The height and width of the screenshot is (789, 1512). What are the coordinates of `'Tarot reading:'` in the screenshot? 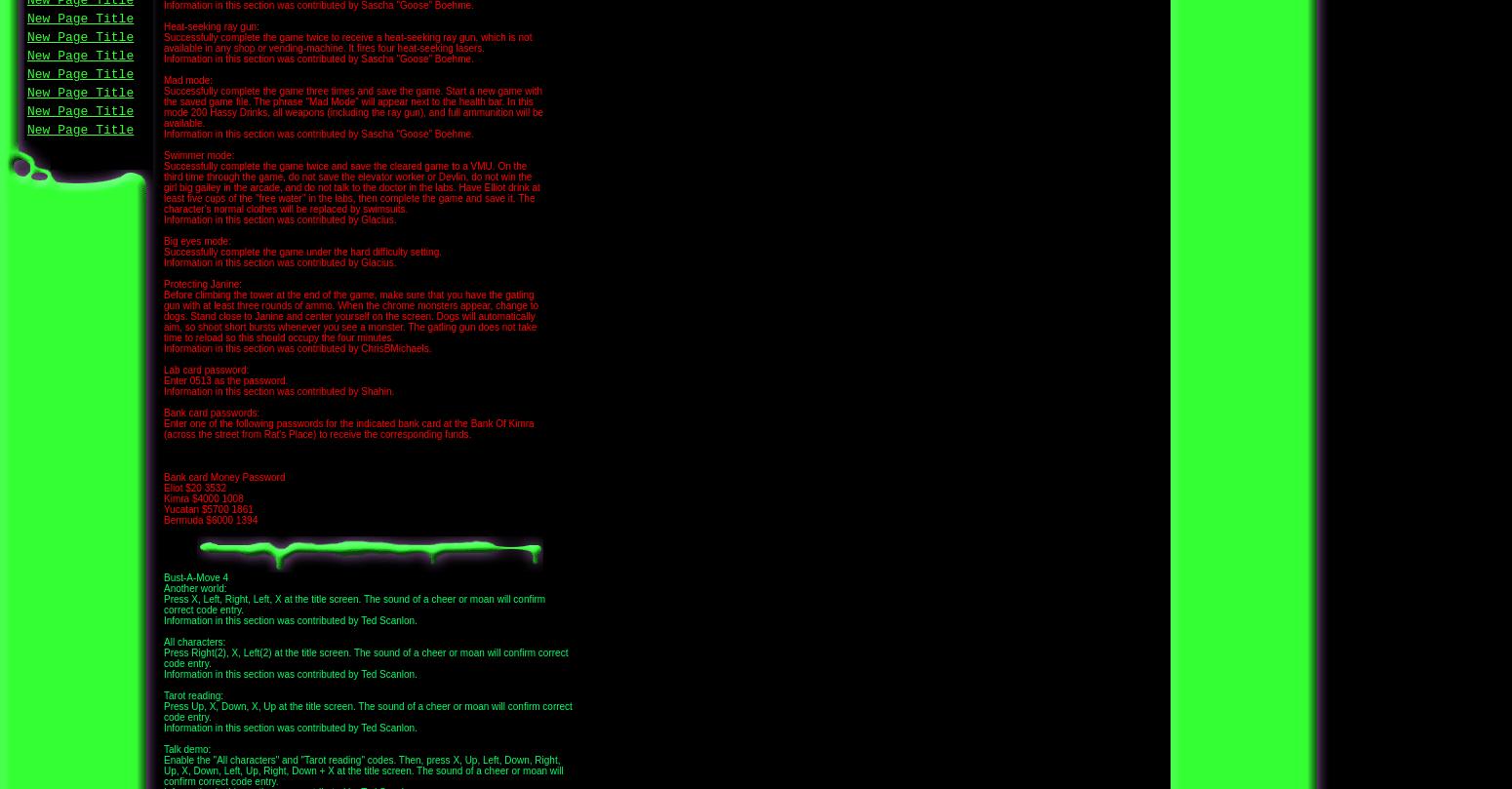 It's located at (163, 694).